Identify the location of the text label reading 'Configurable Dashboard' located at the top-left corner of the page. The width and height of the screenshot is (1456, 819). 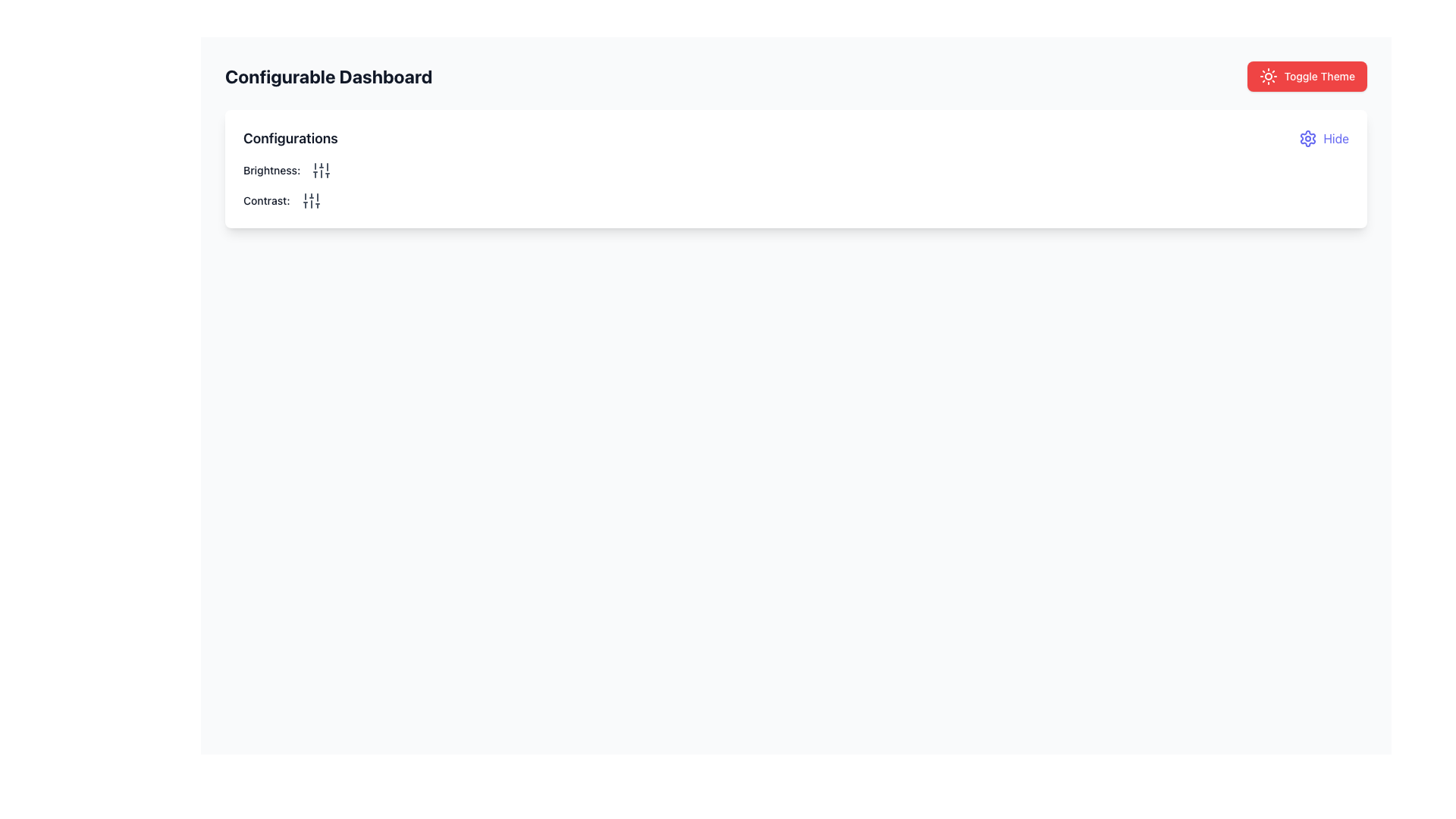
(328, 76).